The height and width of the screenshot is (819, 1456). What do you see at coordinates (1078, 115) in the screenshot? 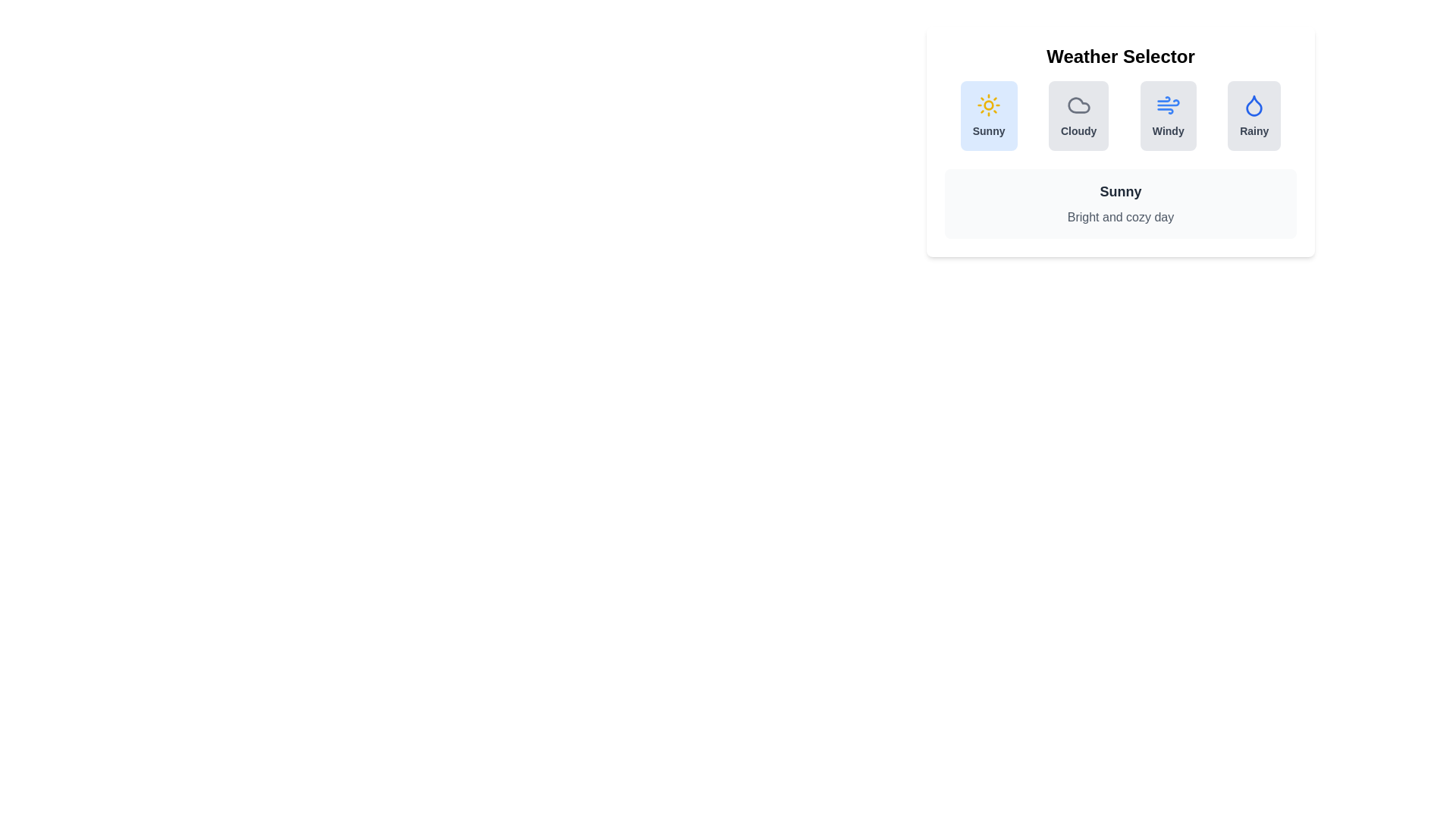
I see `the 'Cloudy' weather option button located in the second slot of the weather option cards` at bounding box center [1078, 115].